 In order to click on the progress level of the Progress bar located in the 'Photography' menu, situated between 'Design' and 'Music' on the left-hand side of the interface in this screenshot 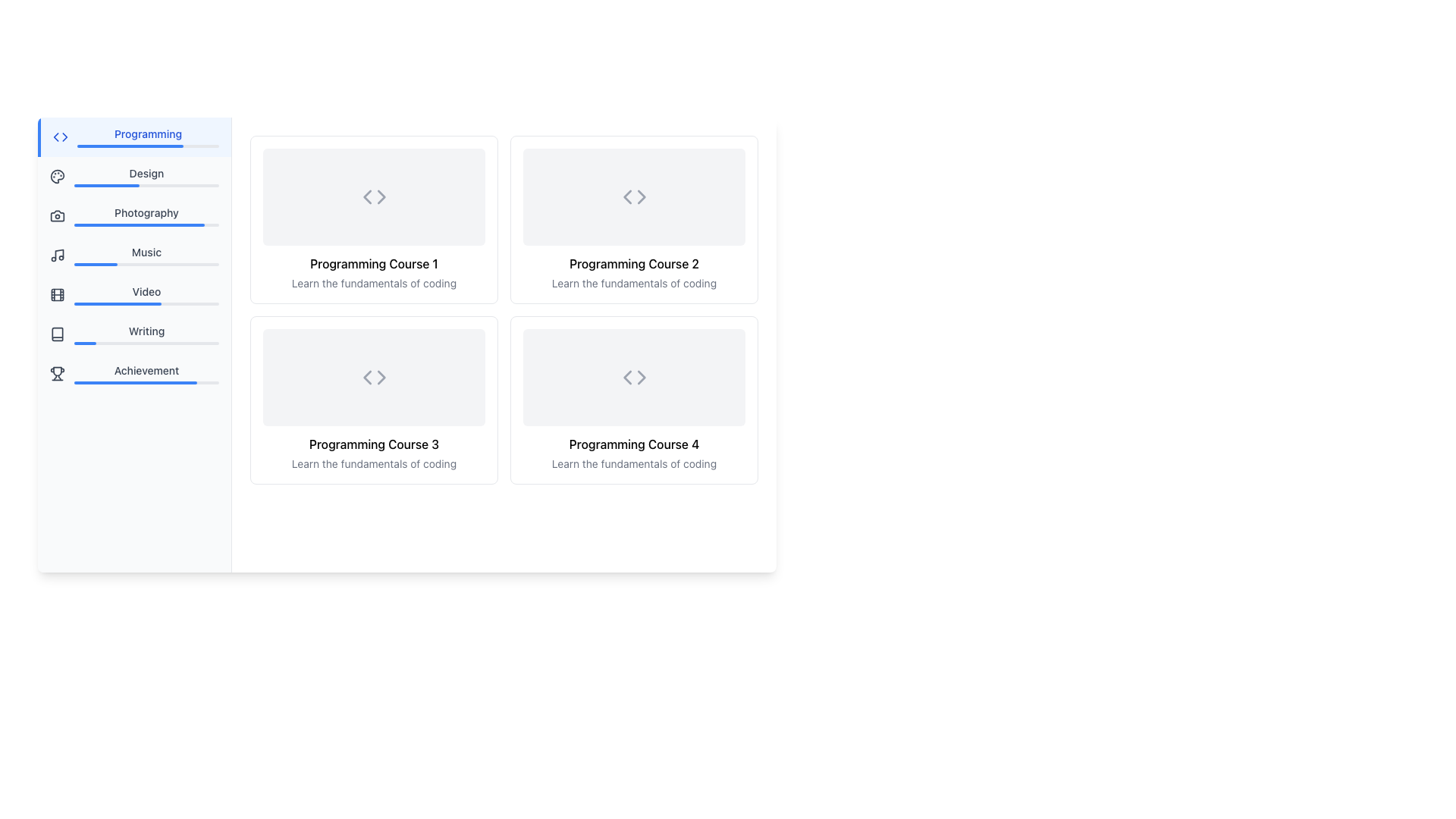, I will do `click(139, 225)`.